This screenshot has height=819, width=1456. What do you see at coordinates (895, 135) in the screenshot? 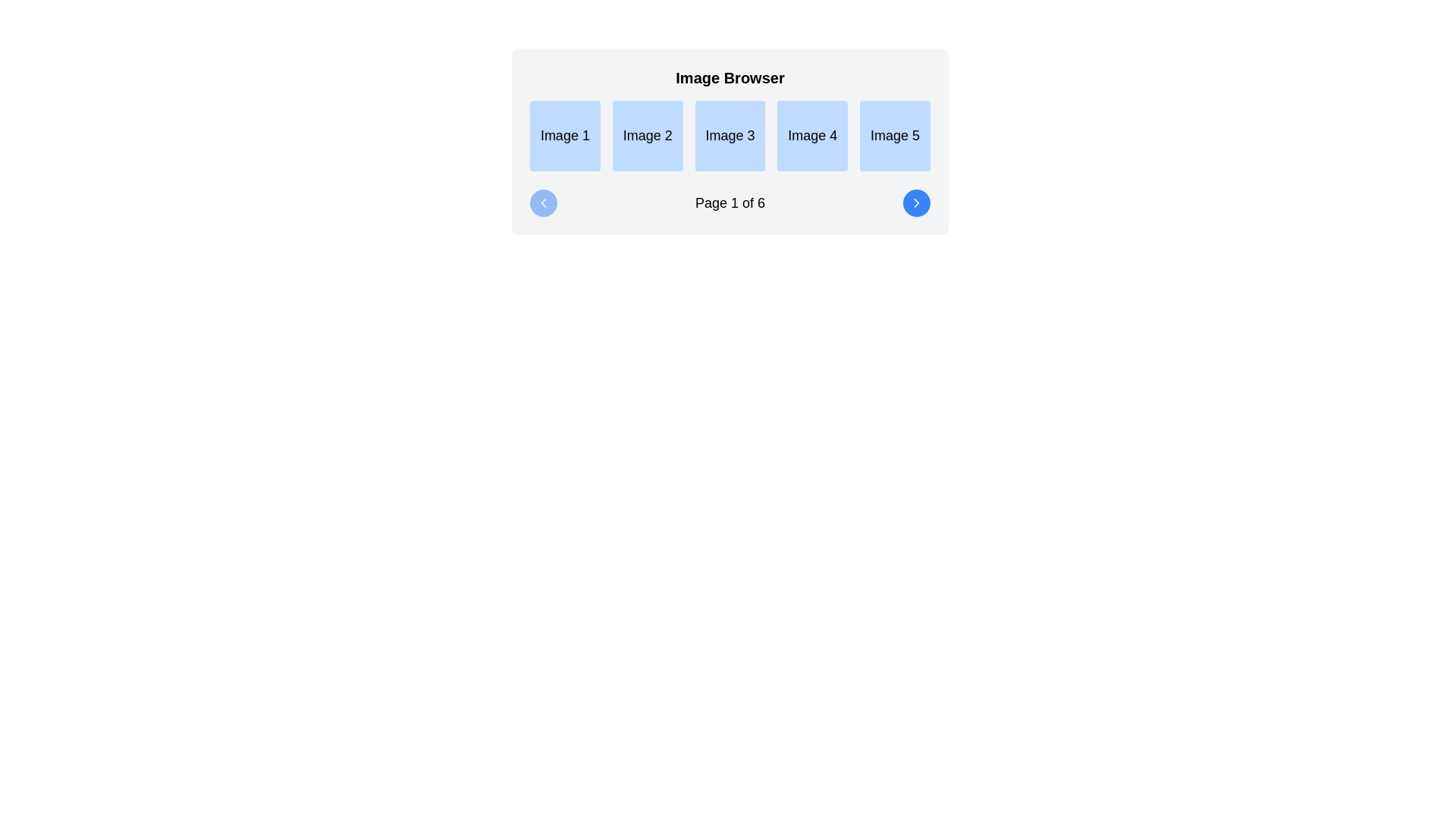
I see `the square button with rounded corners and a light blue background labeled 'Image 5' located in the top-right corner of the grid` at bounding box center [895, 135].